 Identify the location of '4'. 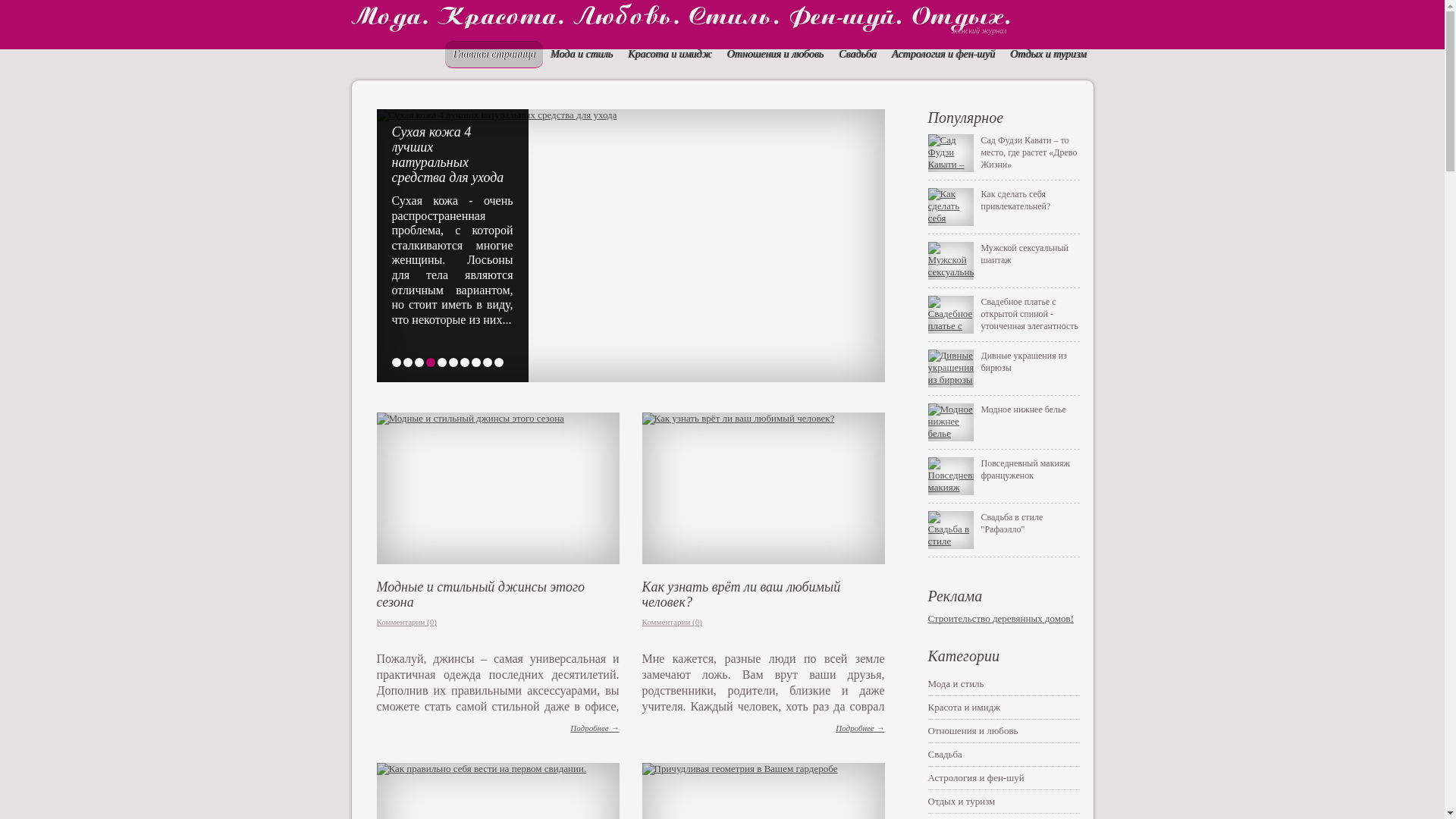
(429, 362).